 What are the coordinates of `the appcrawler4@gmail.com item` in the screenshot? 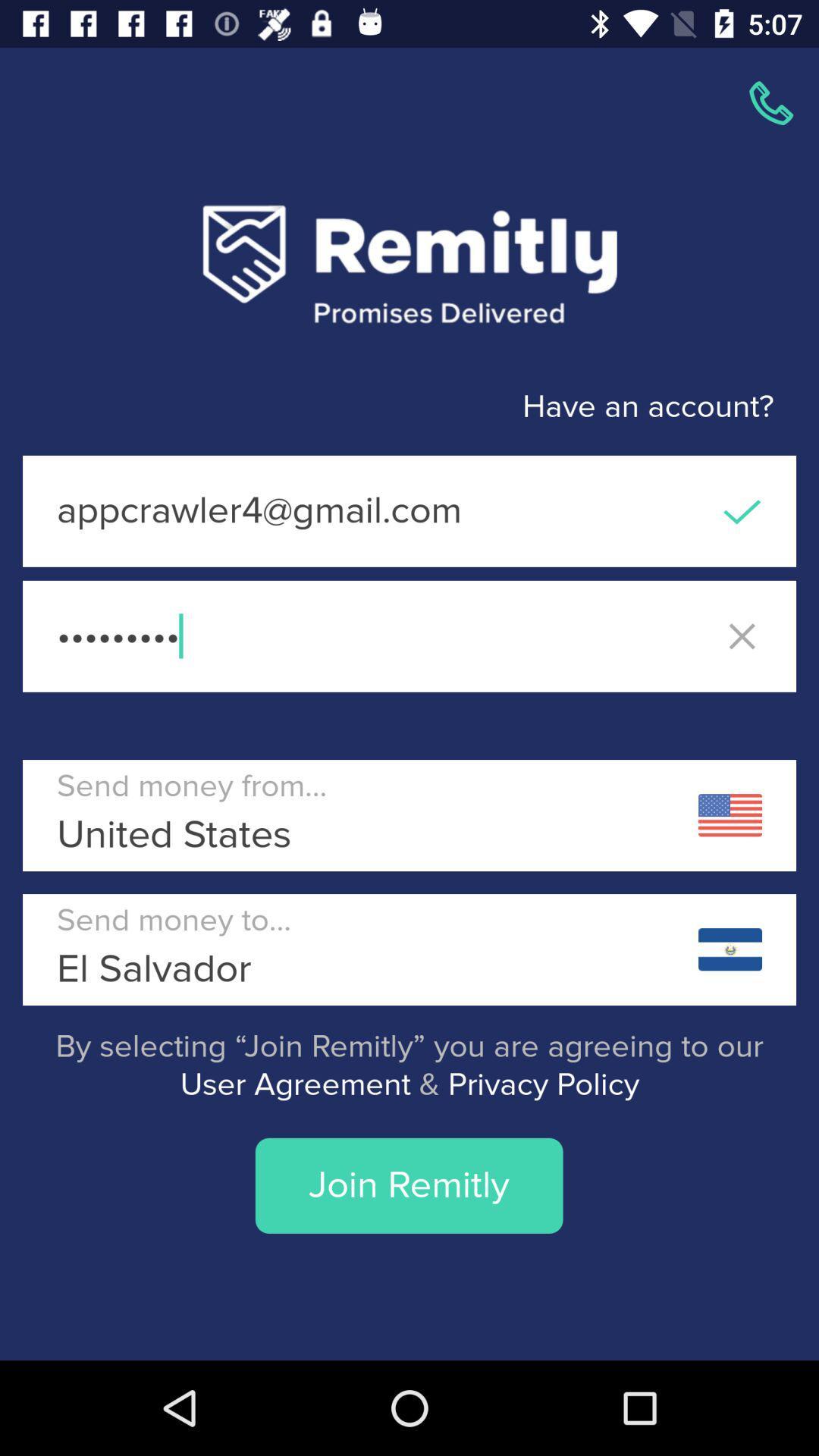 It's located at (409, 511).